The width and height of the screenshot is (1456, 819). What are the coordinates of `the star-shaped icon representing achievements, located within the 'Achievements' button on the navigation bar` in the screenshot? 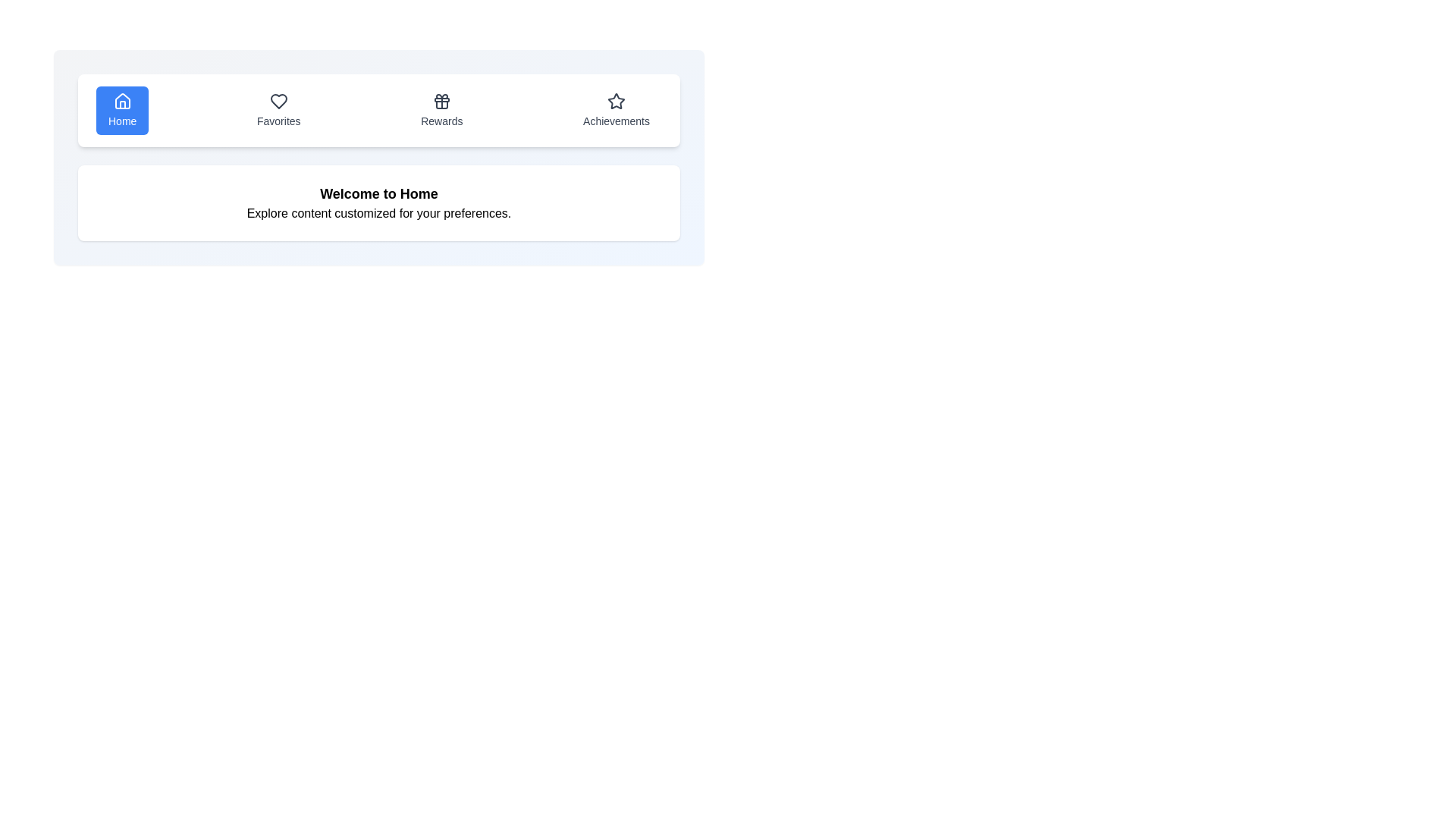 It's located at (617, 102).